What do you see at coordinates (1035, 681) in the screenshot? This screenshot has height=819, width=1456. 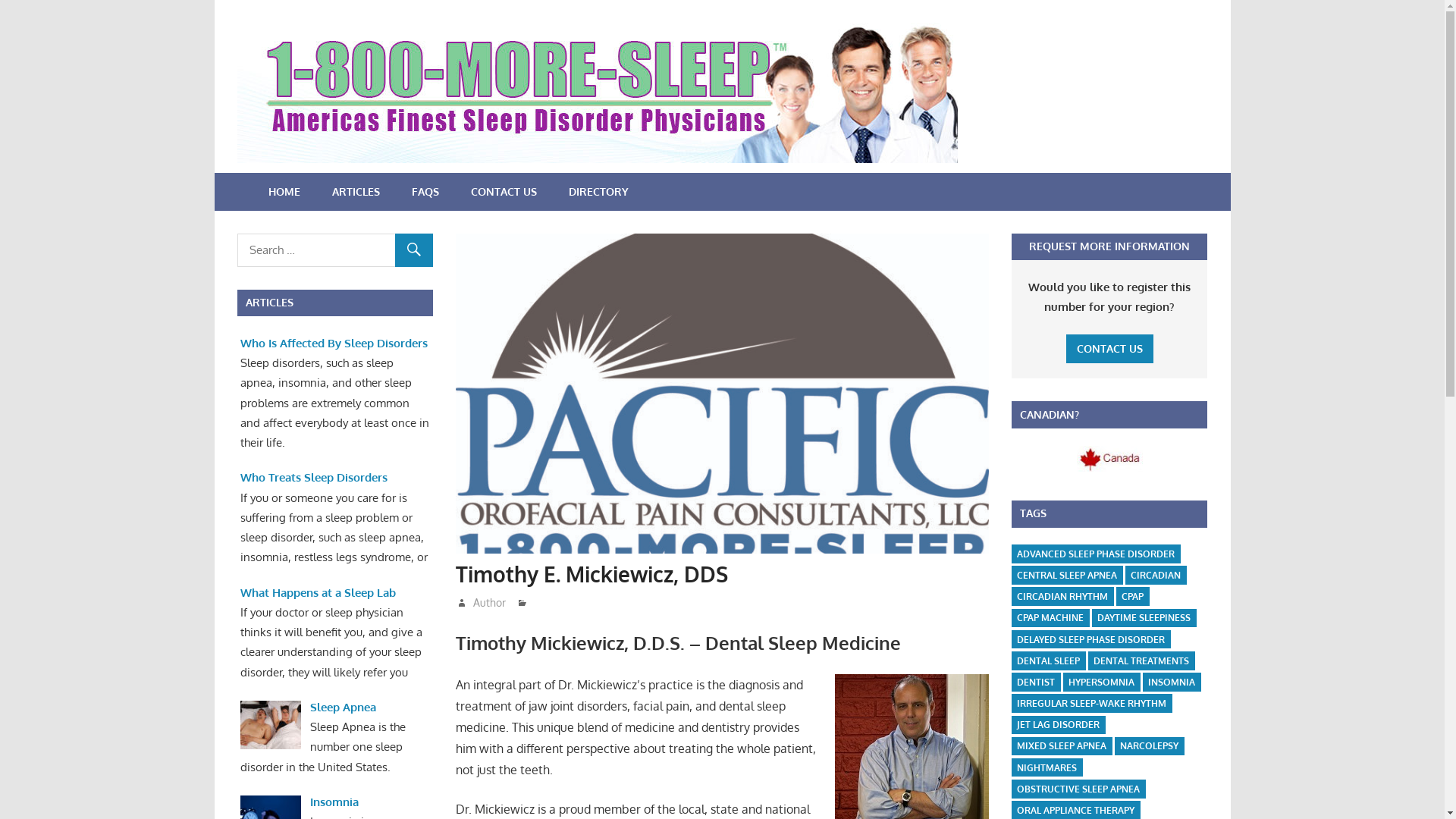 I see `'DENTIST'` at bounding box center [1035, 681].